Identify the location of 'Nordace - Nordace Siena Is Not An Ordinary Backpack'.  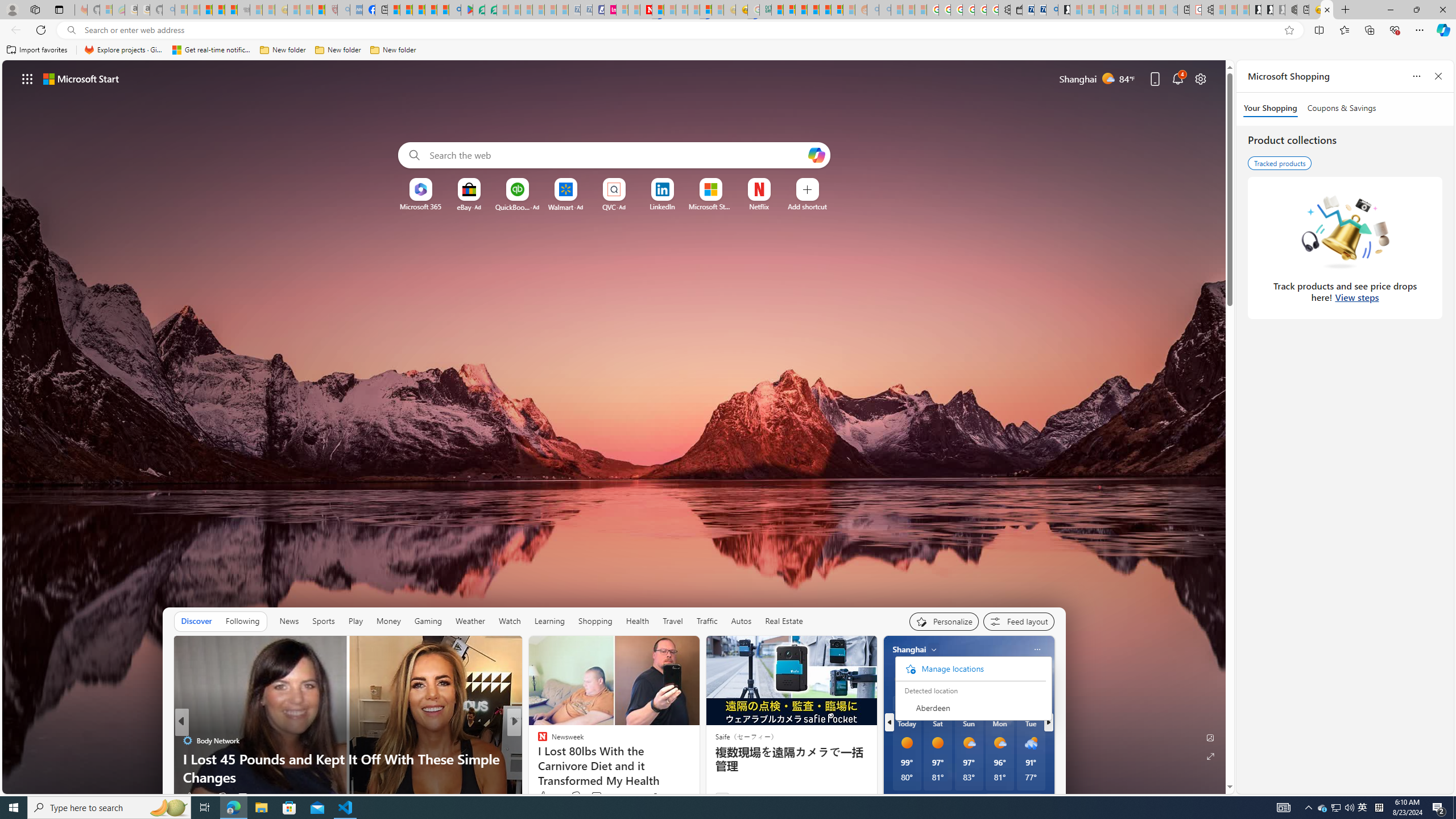
(1290, 9).